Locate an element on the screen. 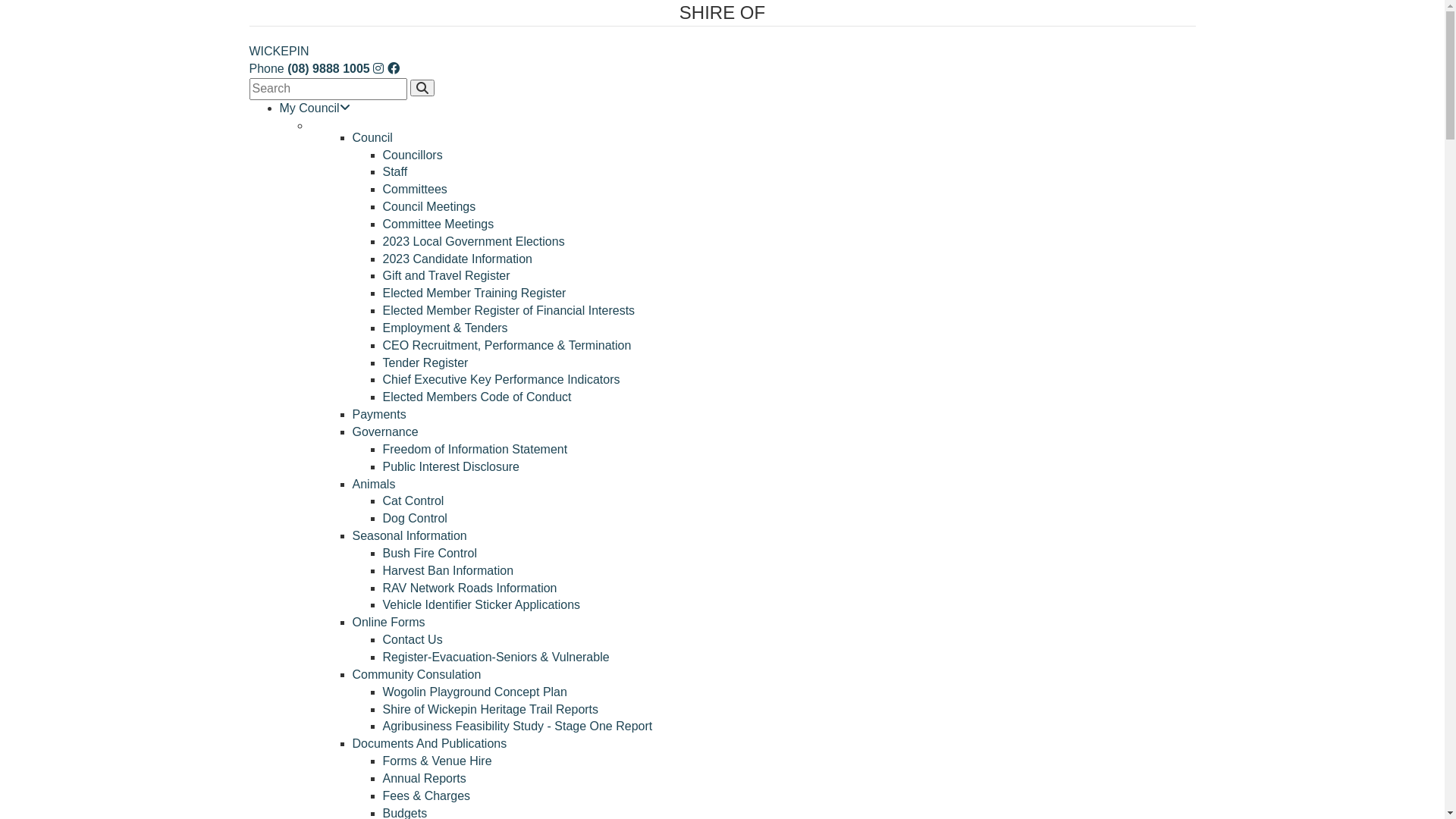  'Governance' is located at coordinates (384, 431).